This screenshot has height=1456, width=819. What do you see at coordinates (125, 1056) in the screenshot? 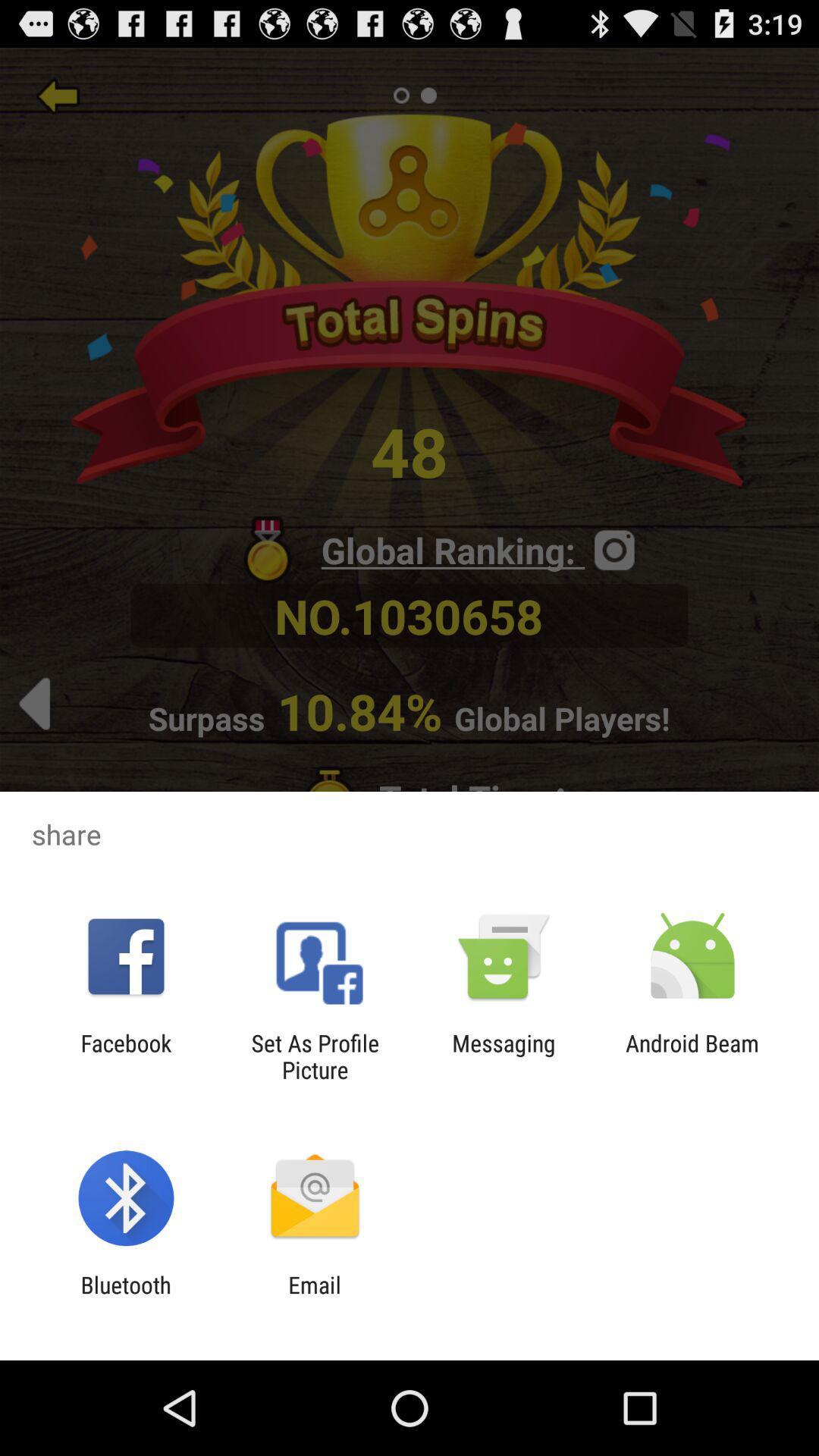
I see `the app next to set as profile icon` at bounding box center [125, 1056].